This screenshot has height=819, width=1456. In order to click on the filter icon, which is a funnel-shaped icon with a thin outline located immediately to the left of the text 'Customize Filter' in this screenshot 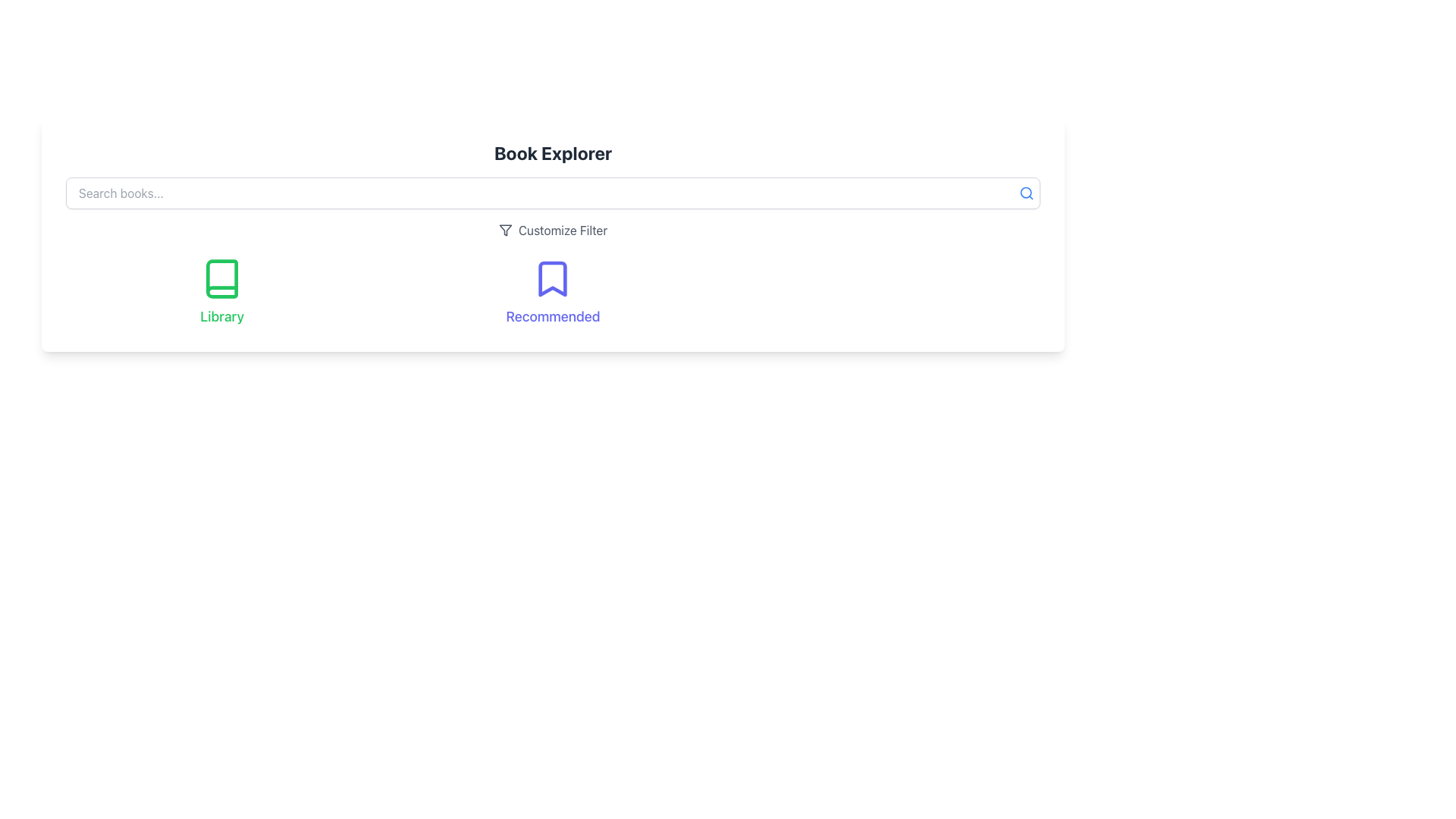, I will do `click(505, 231)`.